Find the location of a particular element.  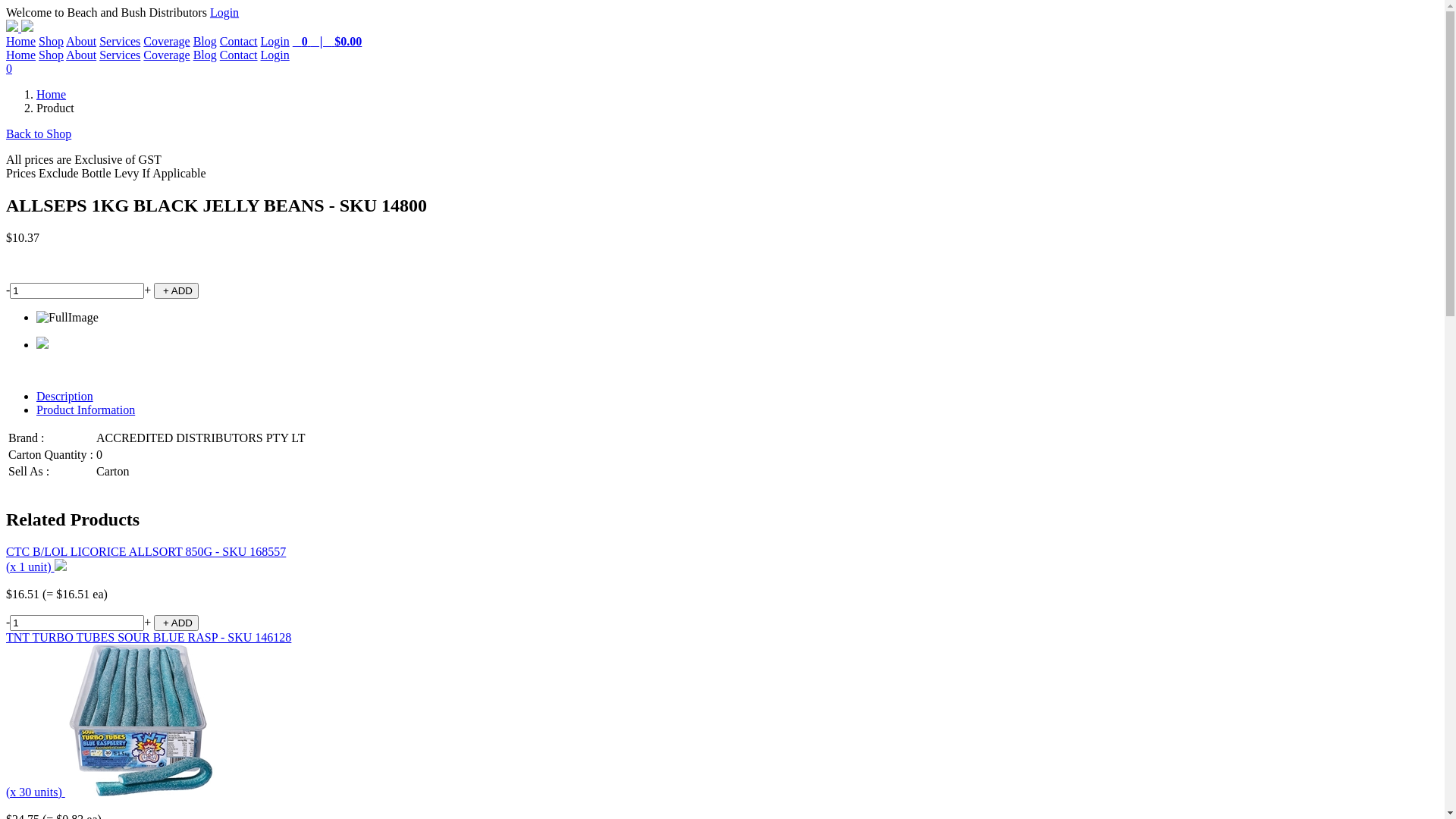

'Login' is located at coordinates (275, 54).